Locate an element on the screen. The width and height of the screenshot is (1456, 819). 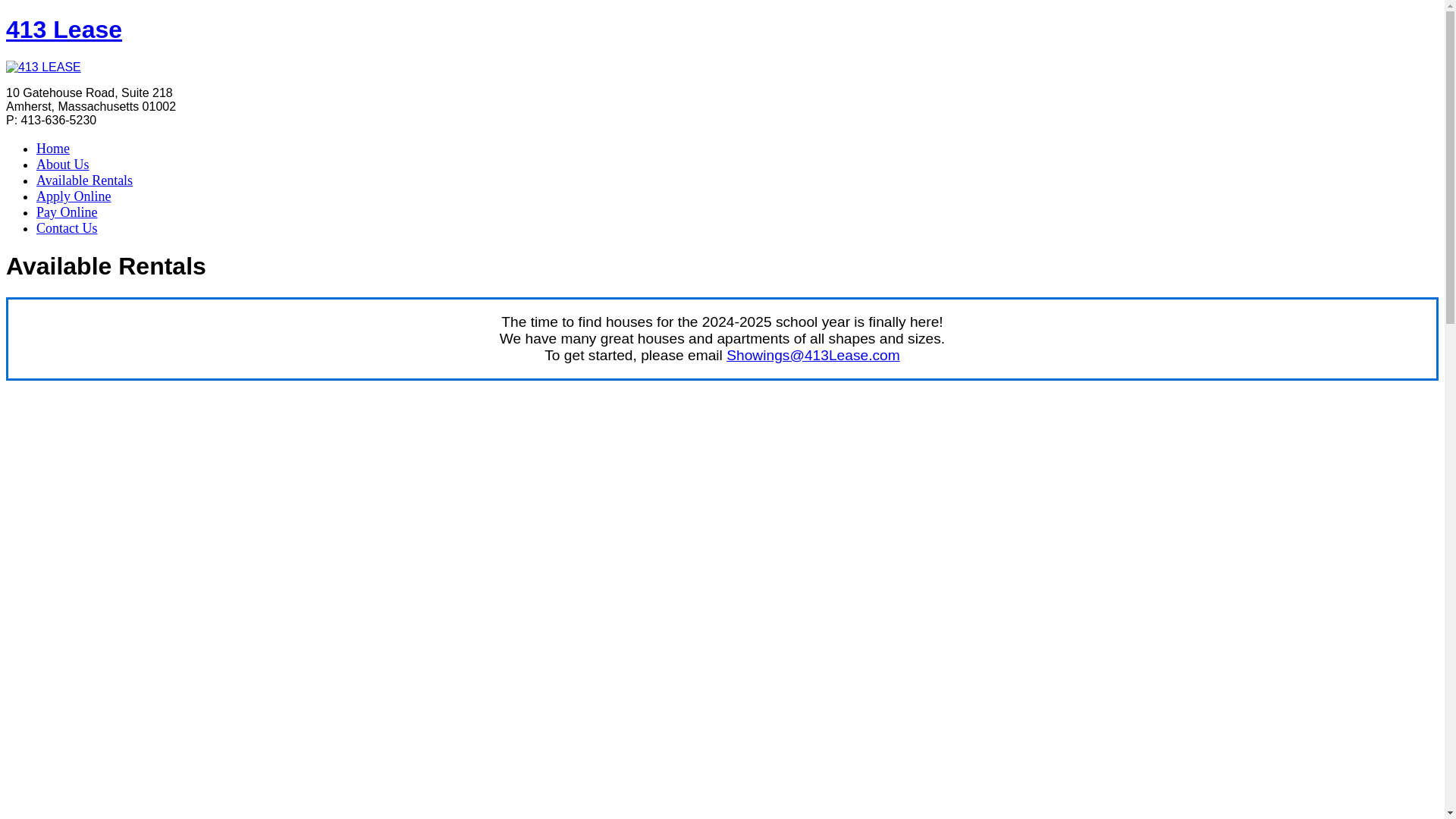
'Available Rentals' is located at coordinates (83, 180).